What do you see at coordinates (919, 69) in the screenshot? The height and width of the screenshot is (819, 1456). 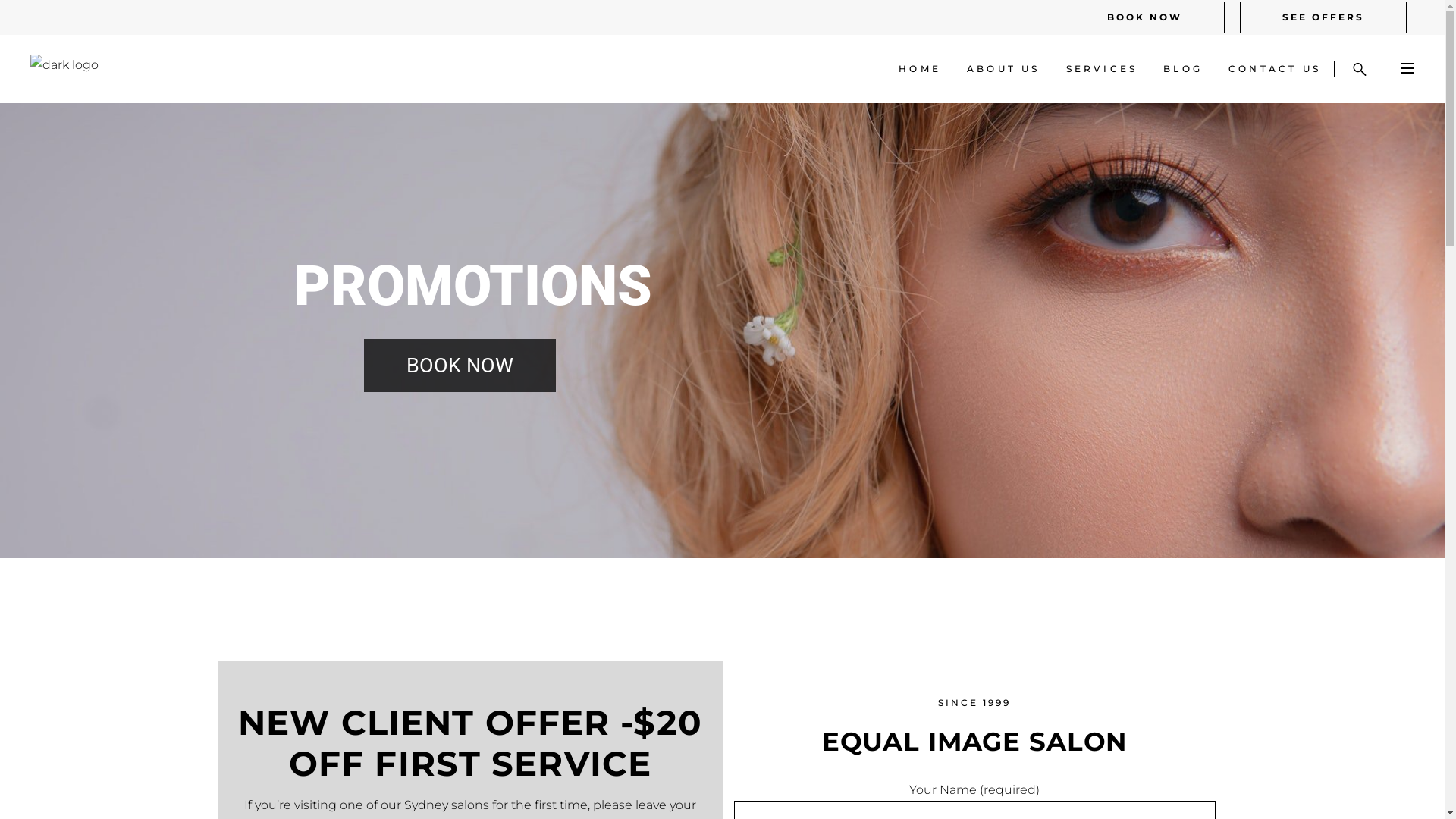 I see `'HOME'` at bounding box center [919, 69].